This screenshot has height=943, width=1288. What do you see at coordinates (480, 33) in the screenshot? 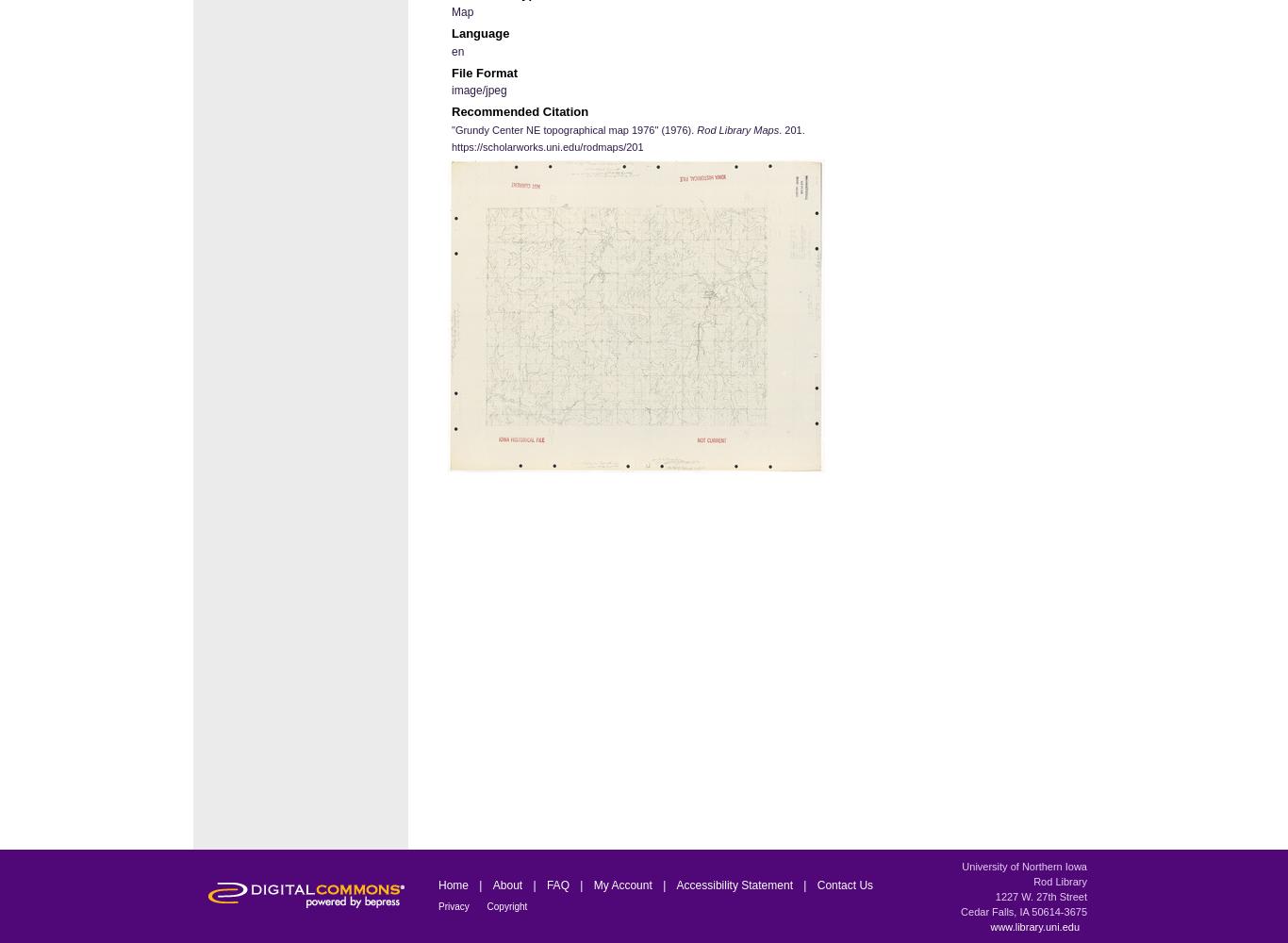
I see `'Language'` at bounding box center [480, 33].